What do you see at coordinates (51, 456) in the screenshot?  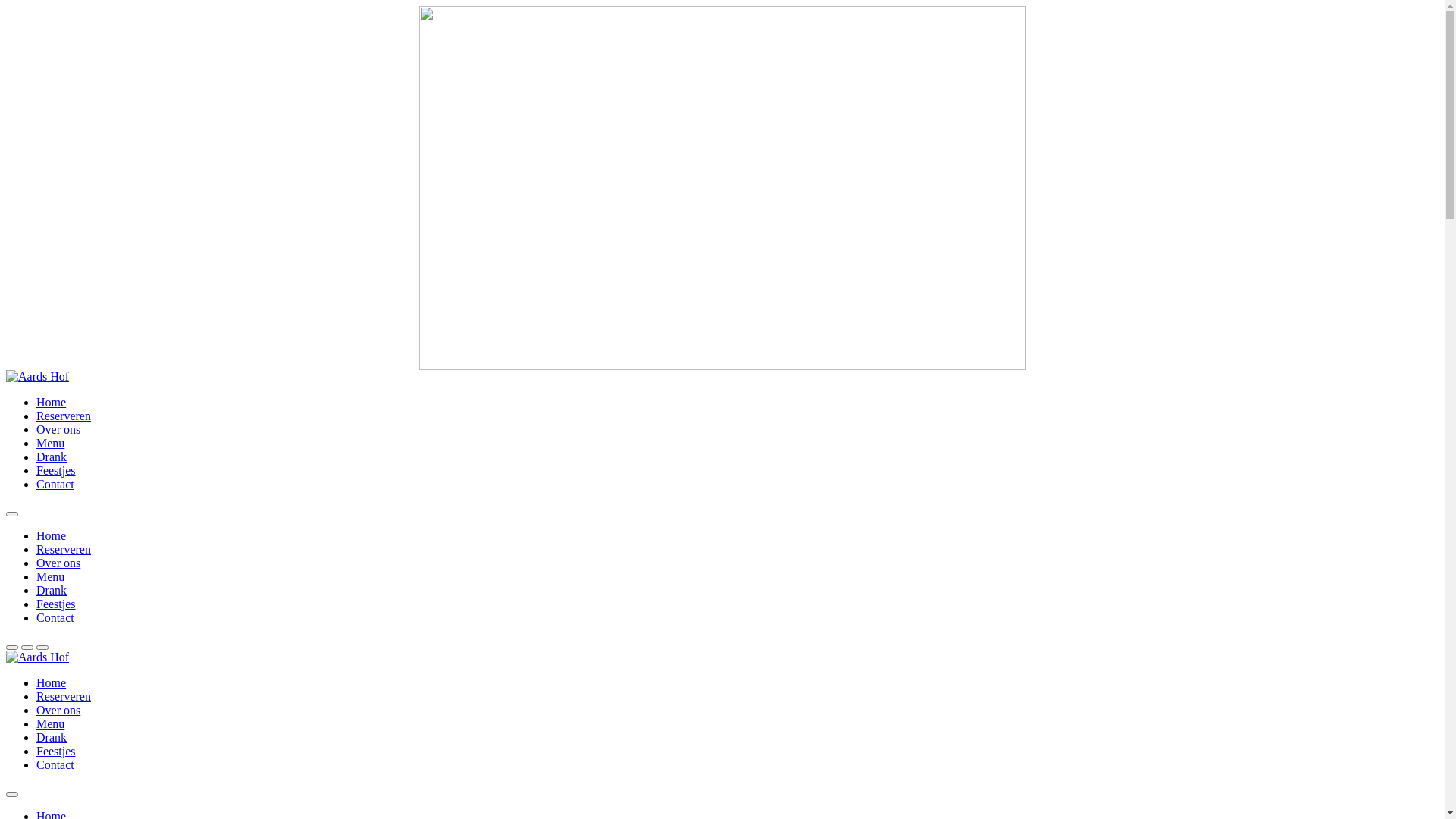 I see `'Drank'` at bounding box center [51, 456].